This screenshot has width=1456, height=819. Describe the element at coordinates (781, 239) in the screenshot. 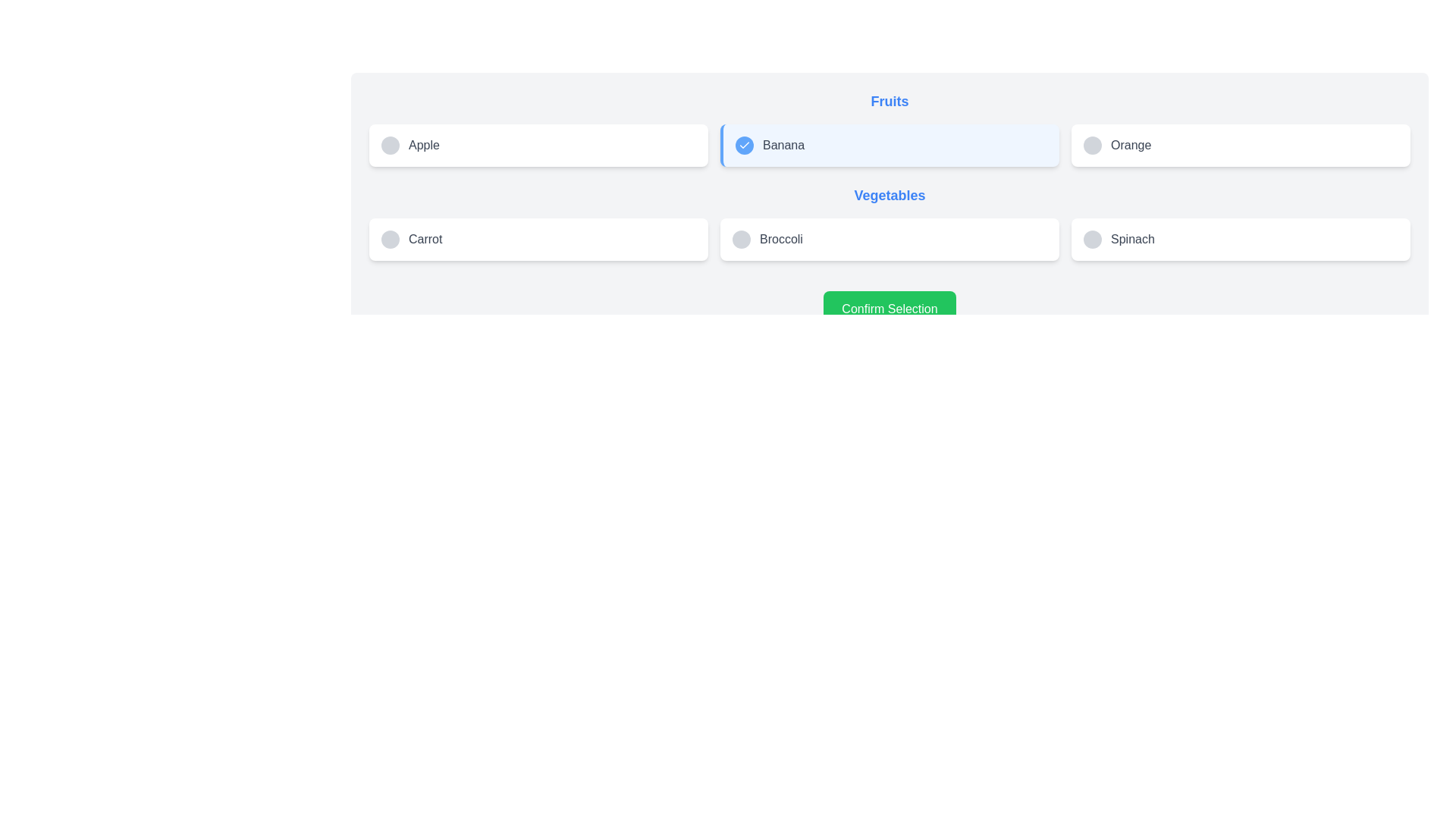

I see `the non-interactive text label that identifies the 'Broccoli' option in the 'Vegetables' category` at that location.